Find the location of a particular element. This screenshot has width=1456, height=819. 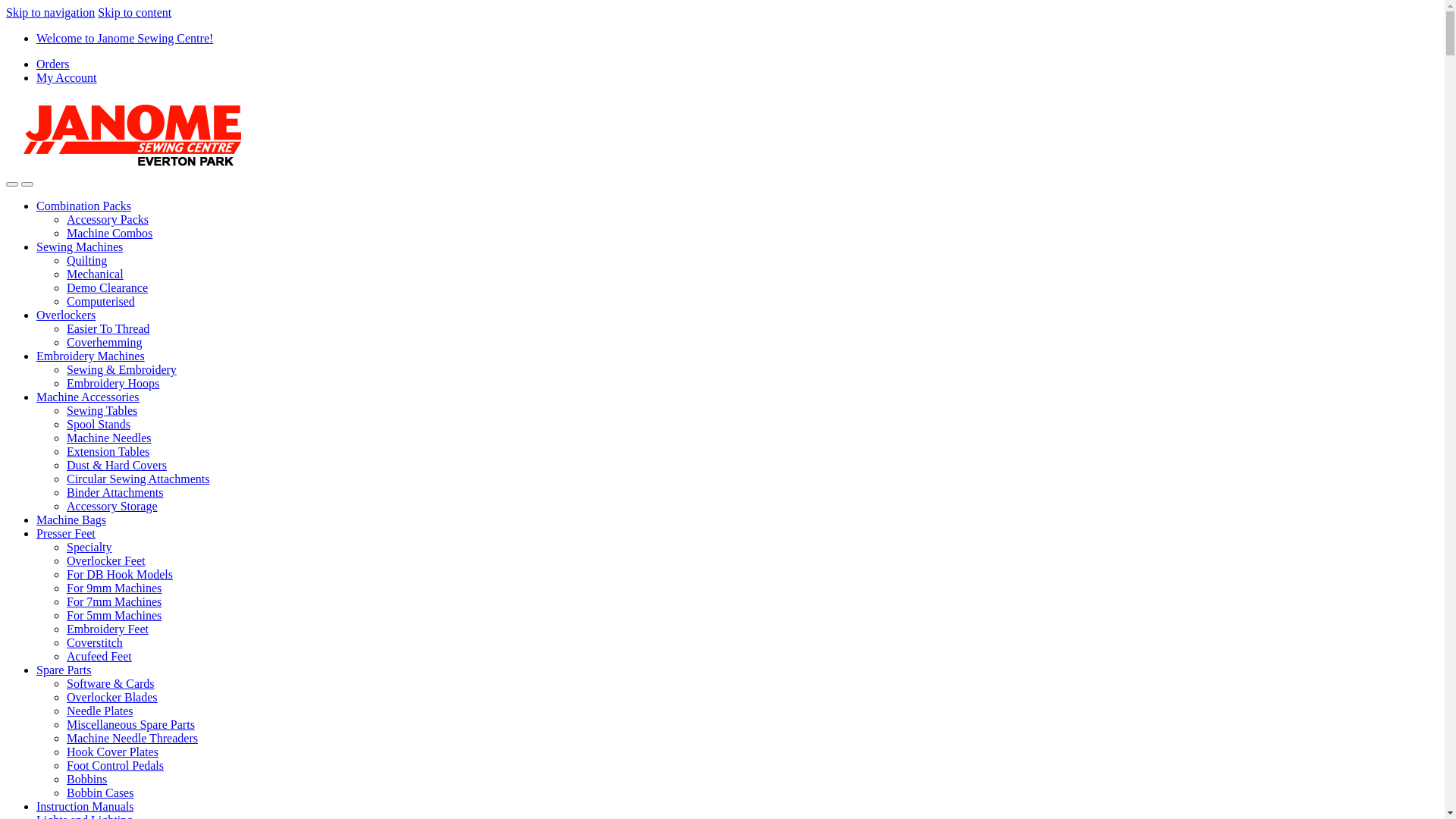

'For DB Hook Models' is located at coordinates (65, 574).